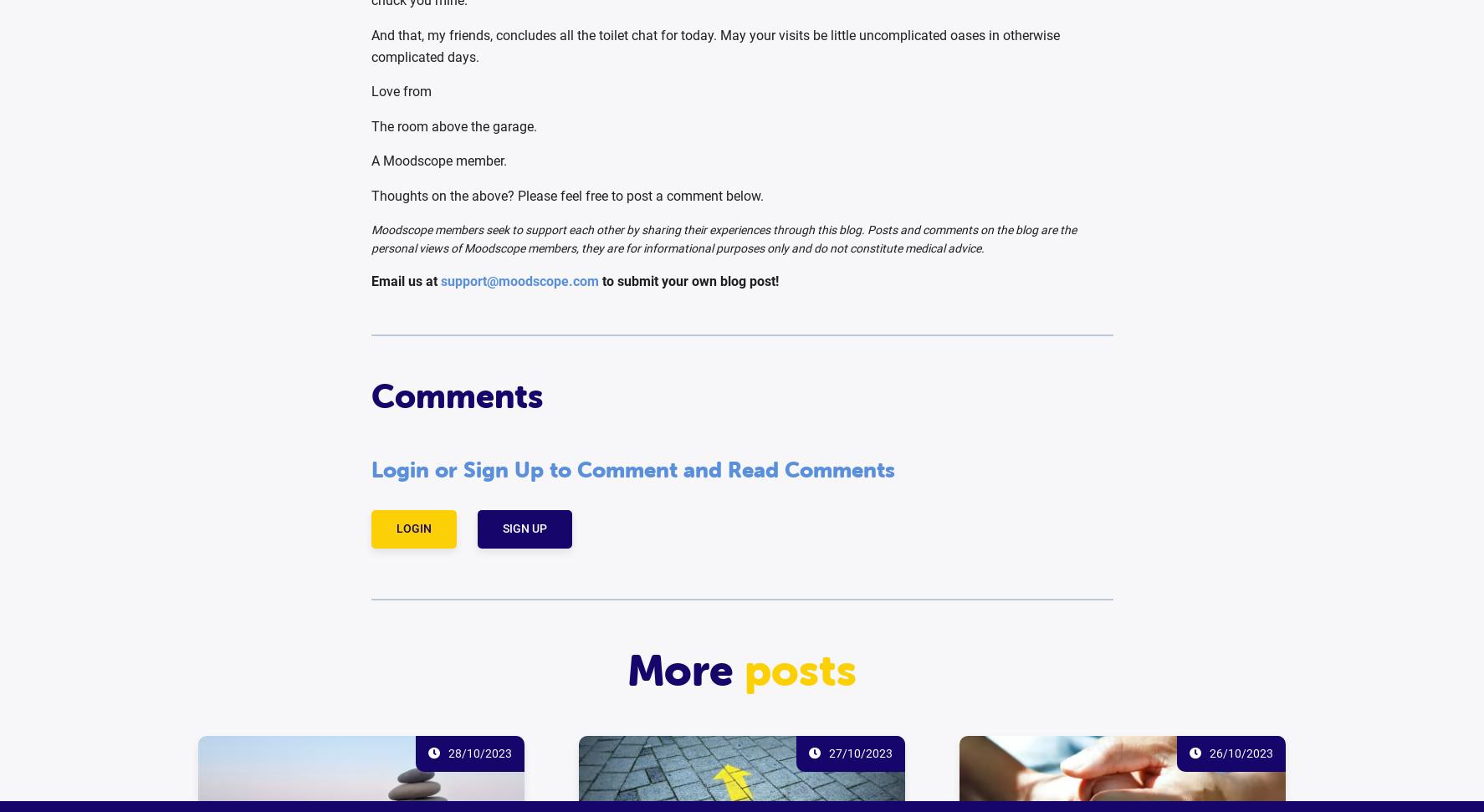 This screenshot has height=812, width=1484. I want to click on 'Comments', so click(455, 396).